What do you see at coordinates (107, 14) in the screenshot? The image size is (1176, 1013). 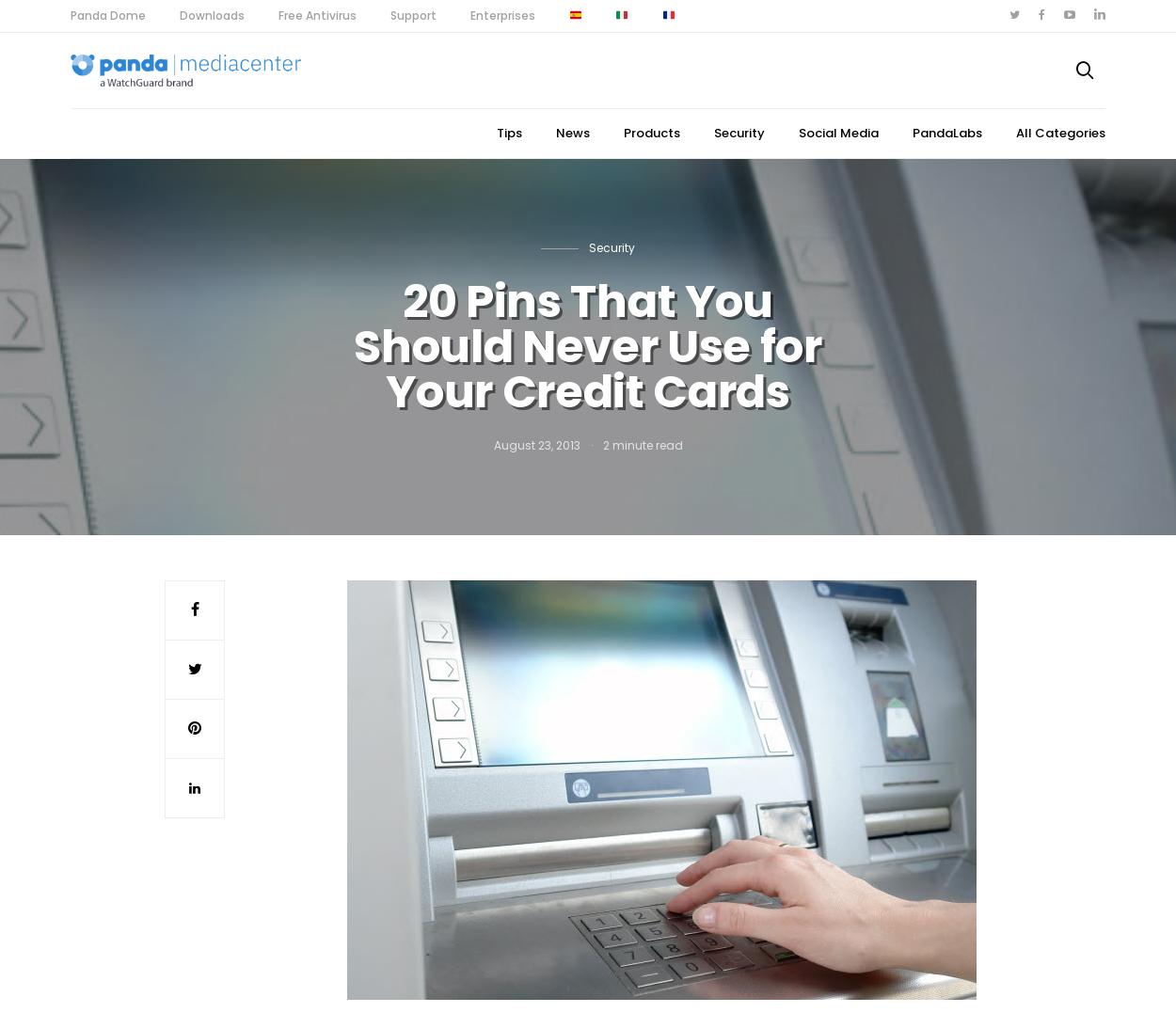 I see `'Panda Dome'` at bounding box center [107, 14].